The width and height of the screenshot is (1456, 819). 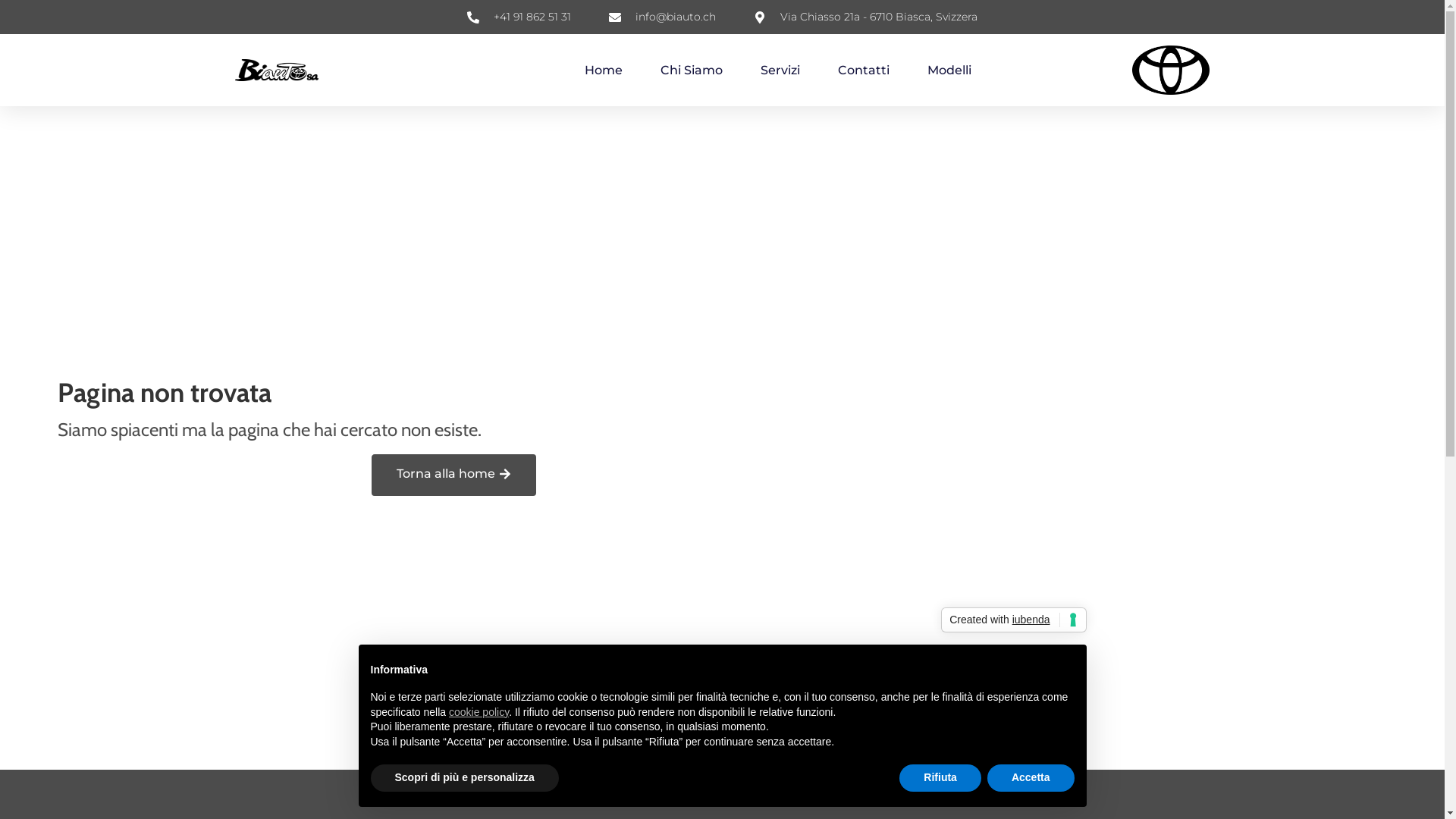 I want to click on 'Torna alla home', so click(x=453, y=474).